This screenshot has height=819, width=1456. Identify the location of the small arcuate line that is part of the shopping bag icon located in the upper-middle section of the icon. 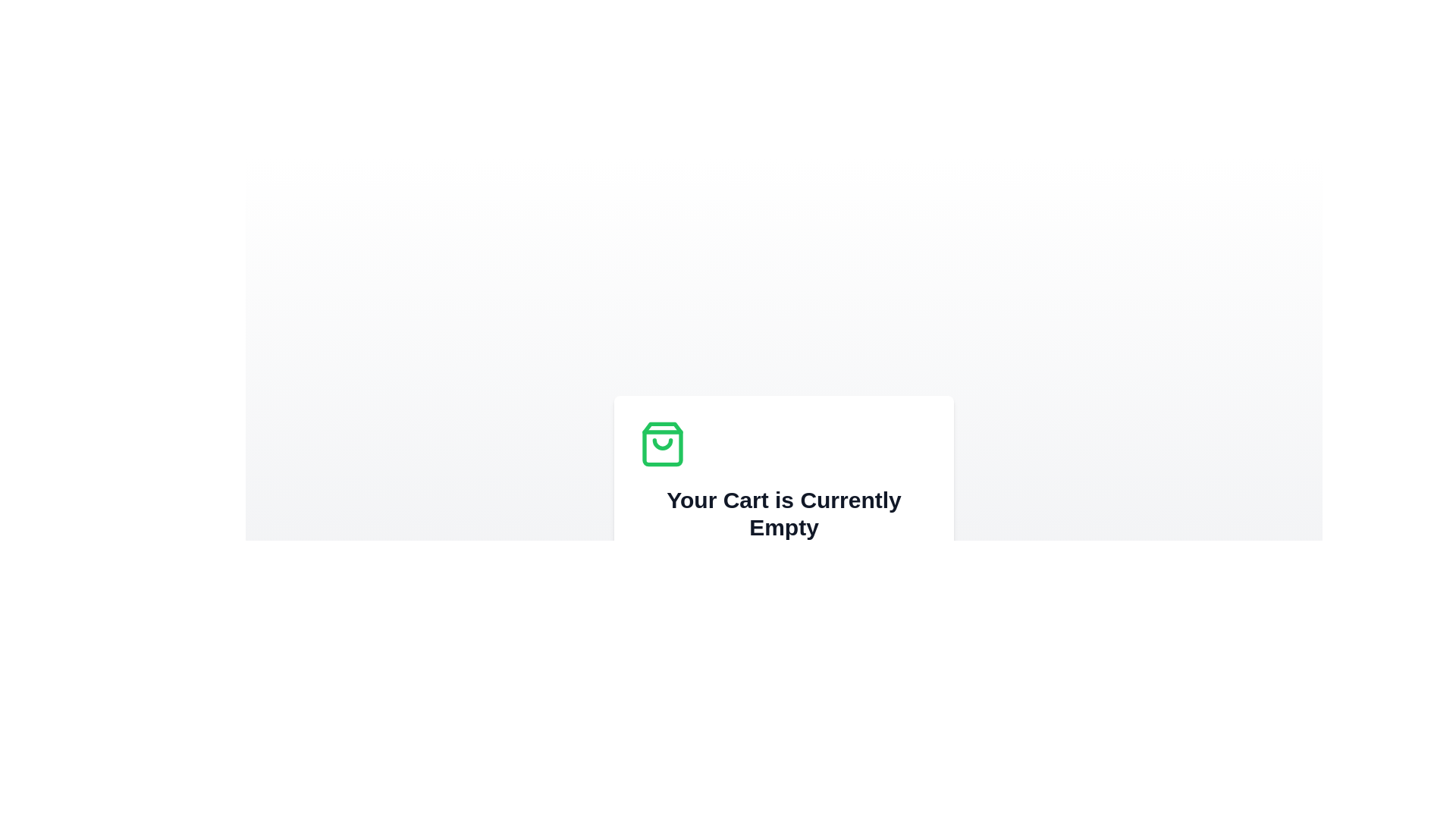
(662, 444).